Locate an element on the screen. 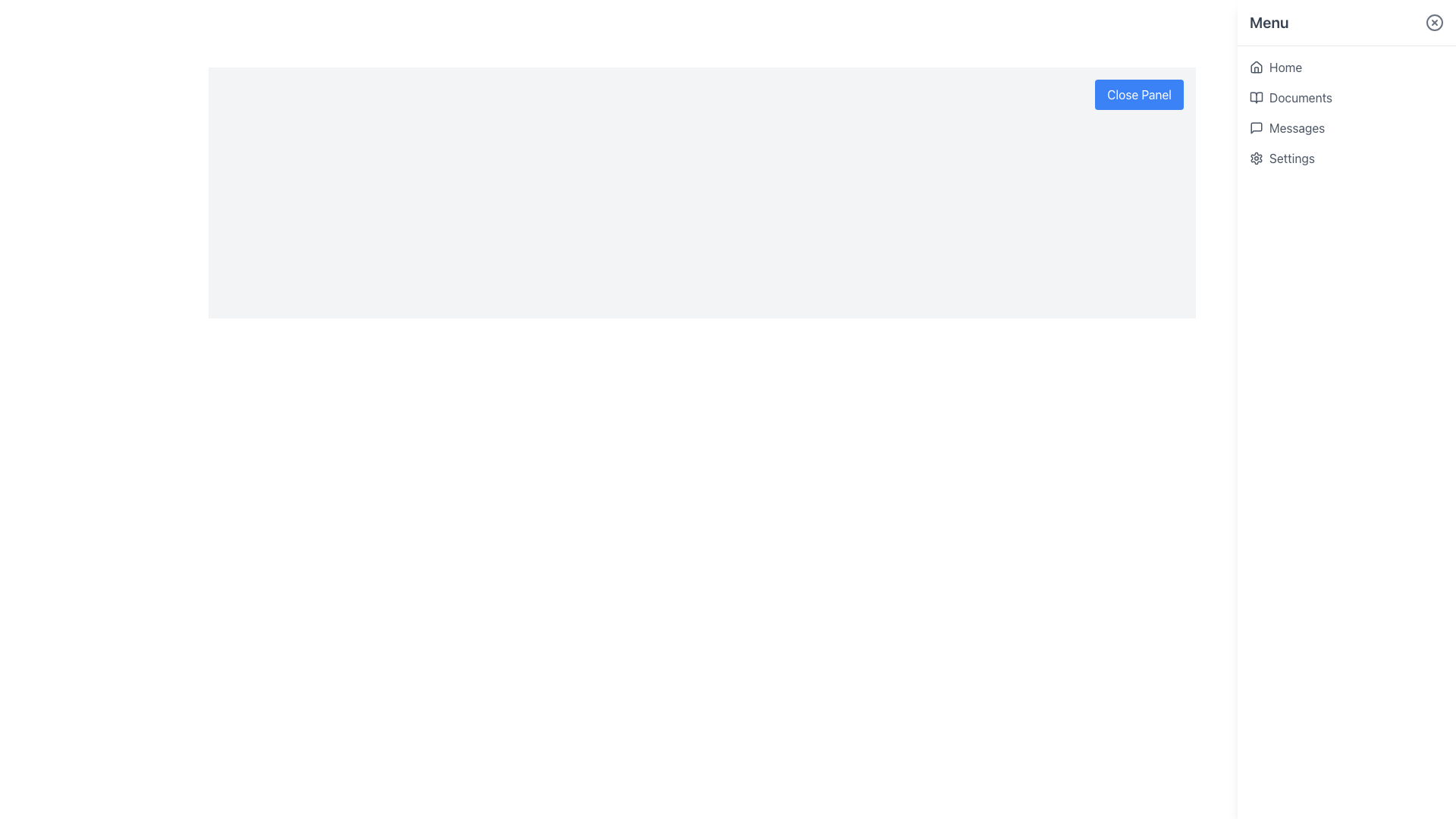  the 'Home' icon located in the right-hand side menu is located at coordinates (1256, 66).